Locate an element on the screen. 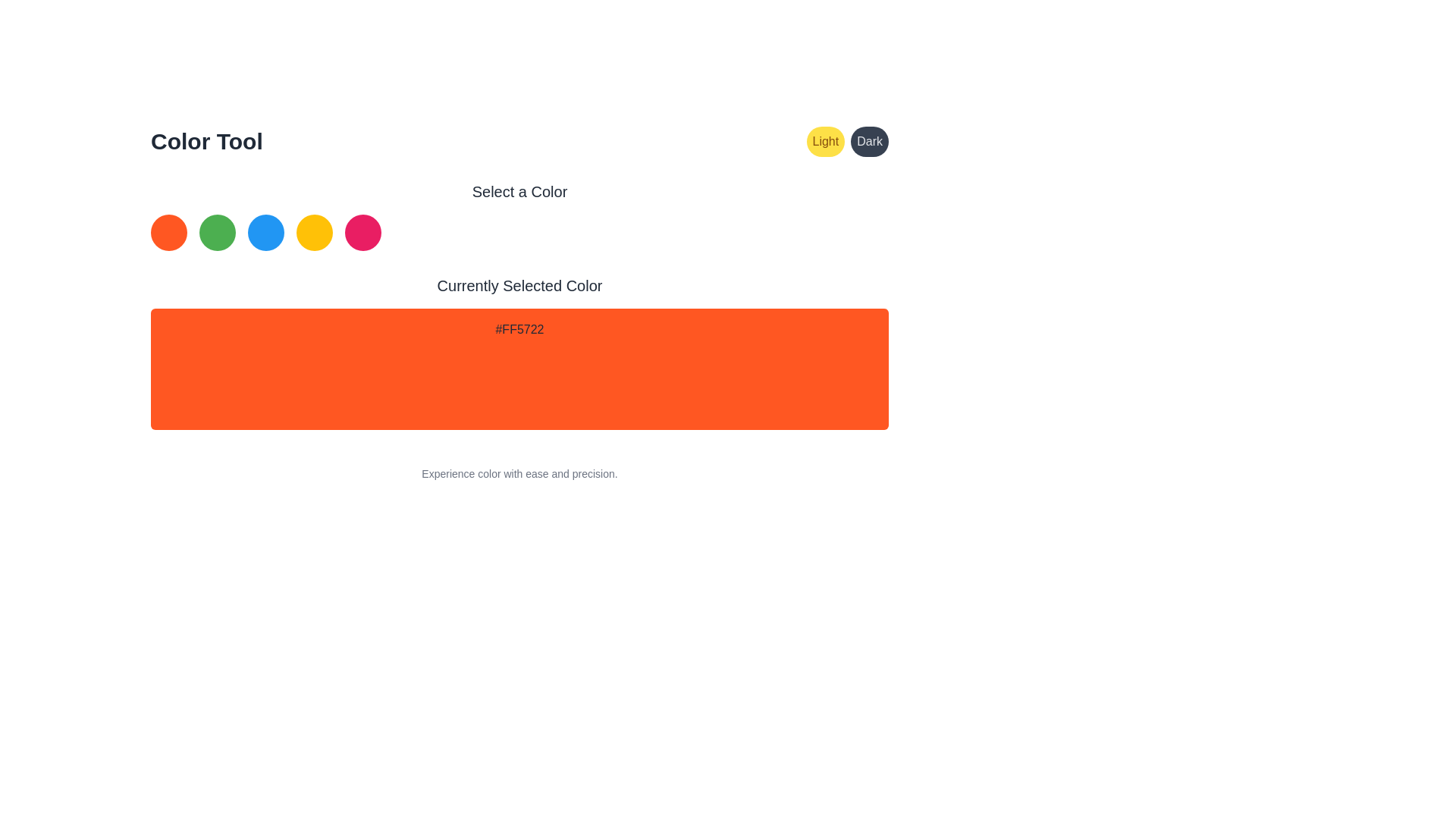 This screenshot has width=1456, height=819. the 'Light' button on the Toggle switch is located at coordinates (846, 141).